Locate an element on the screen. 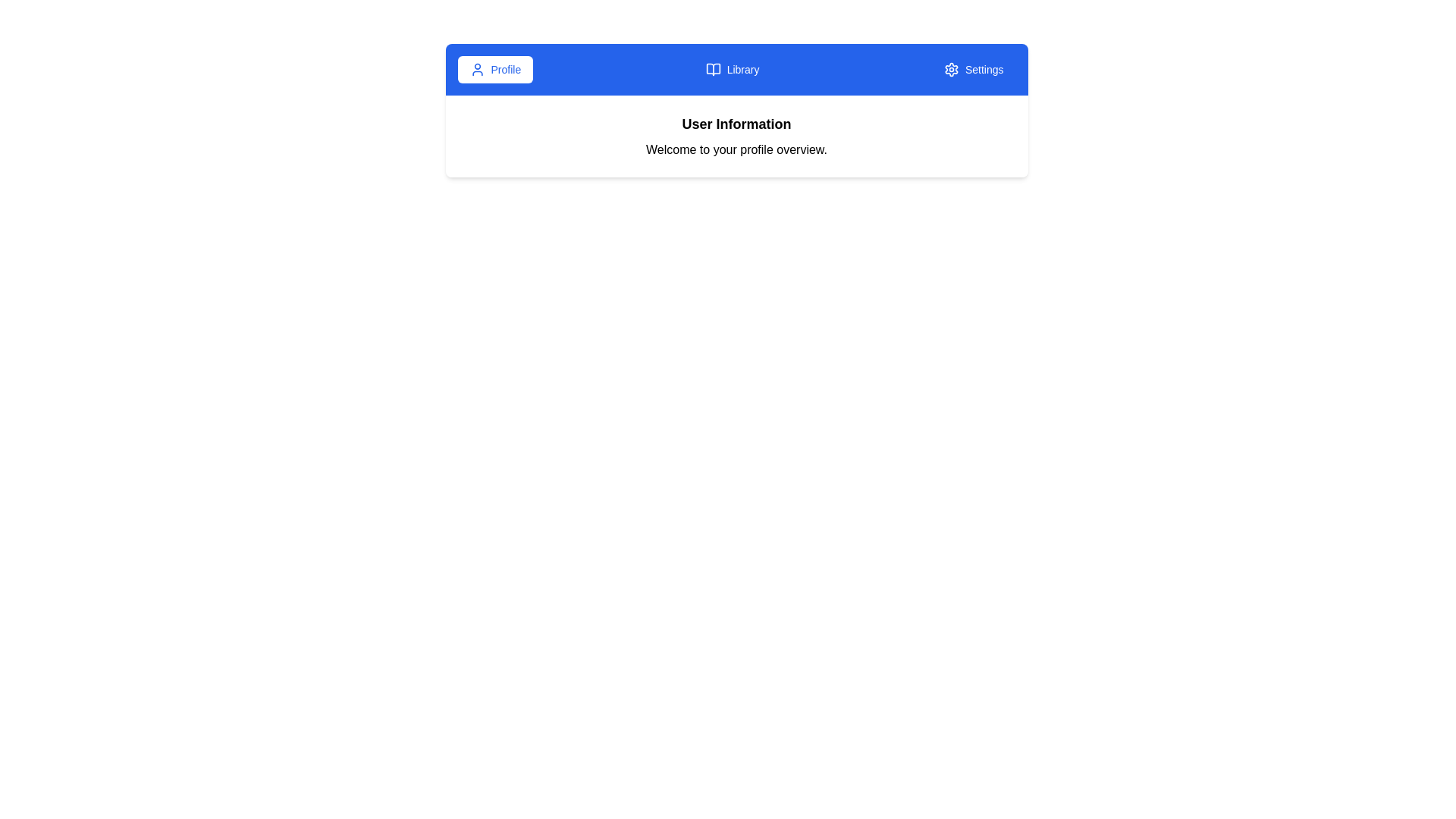  the 'Library' icon located in the top navigation bar, positioned to the left of the text 'Library' is located at coordinates (712, 70).